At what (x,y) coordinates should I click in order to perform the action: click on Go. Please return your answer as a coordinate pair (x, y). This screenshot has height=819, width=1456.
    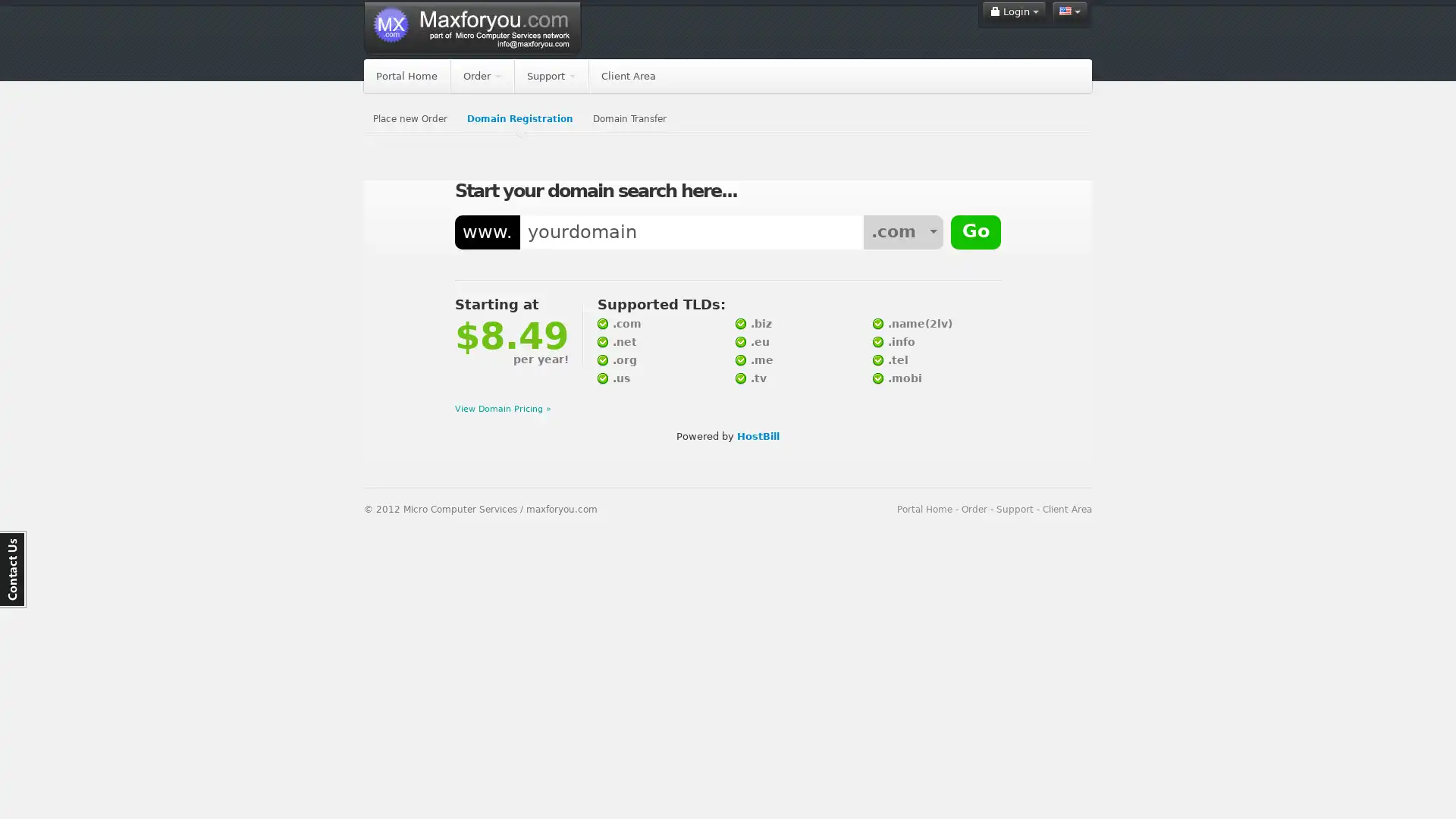
    Looking at the image, I should click on (975, 233).